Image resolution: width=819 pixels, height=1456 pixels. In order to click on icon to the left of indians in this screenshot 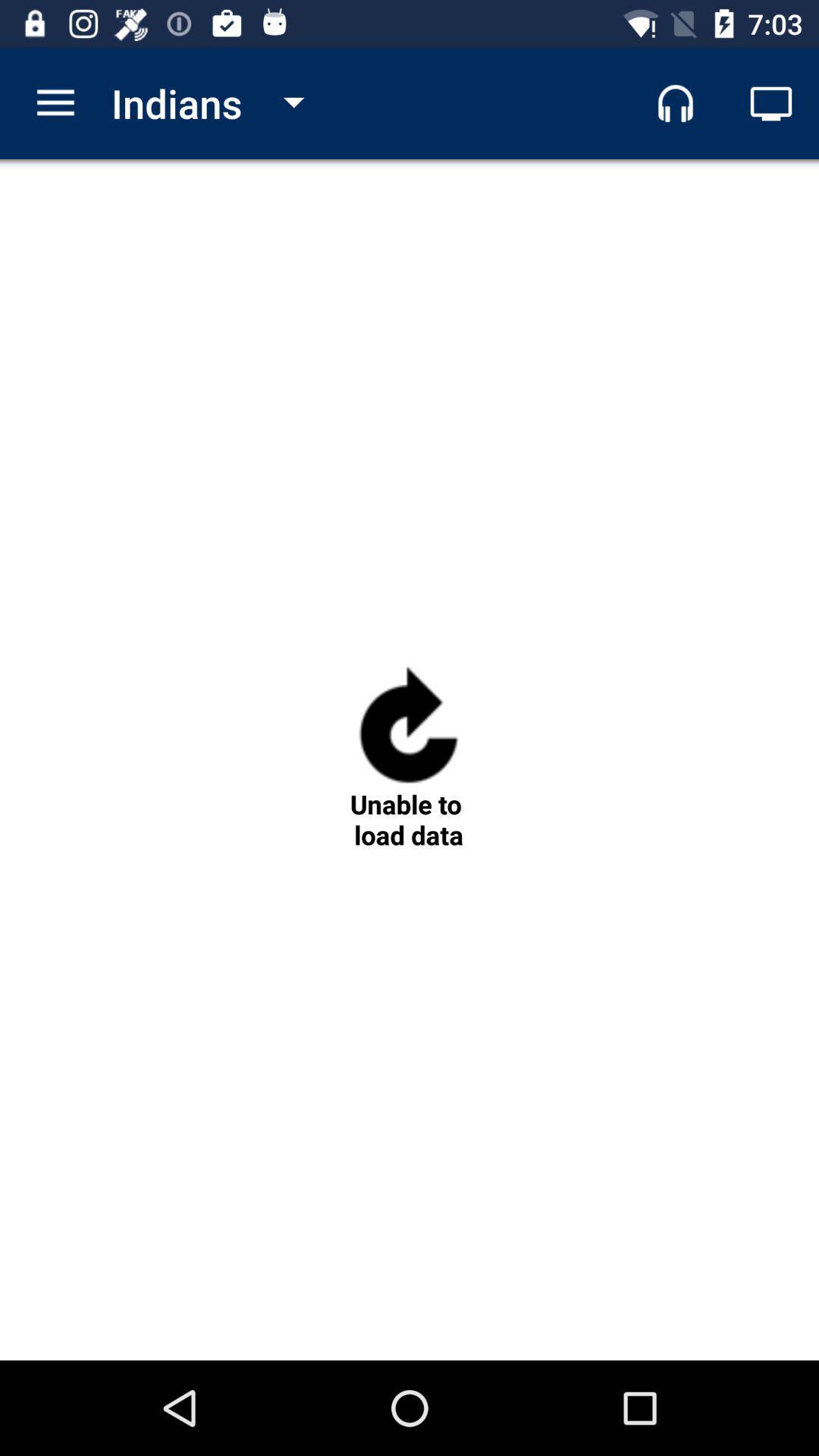, I will do `click(55, 102)`.